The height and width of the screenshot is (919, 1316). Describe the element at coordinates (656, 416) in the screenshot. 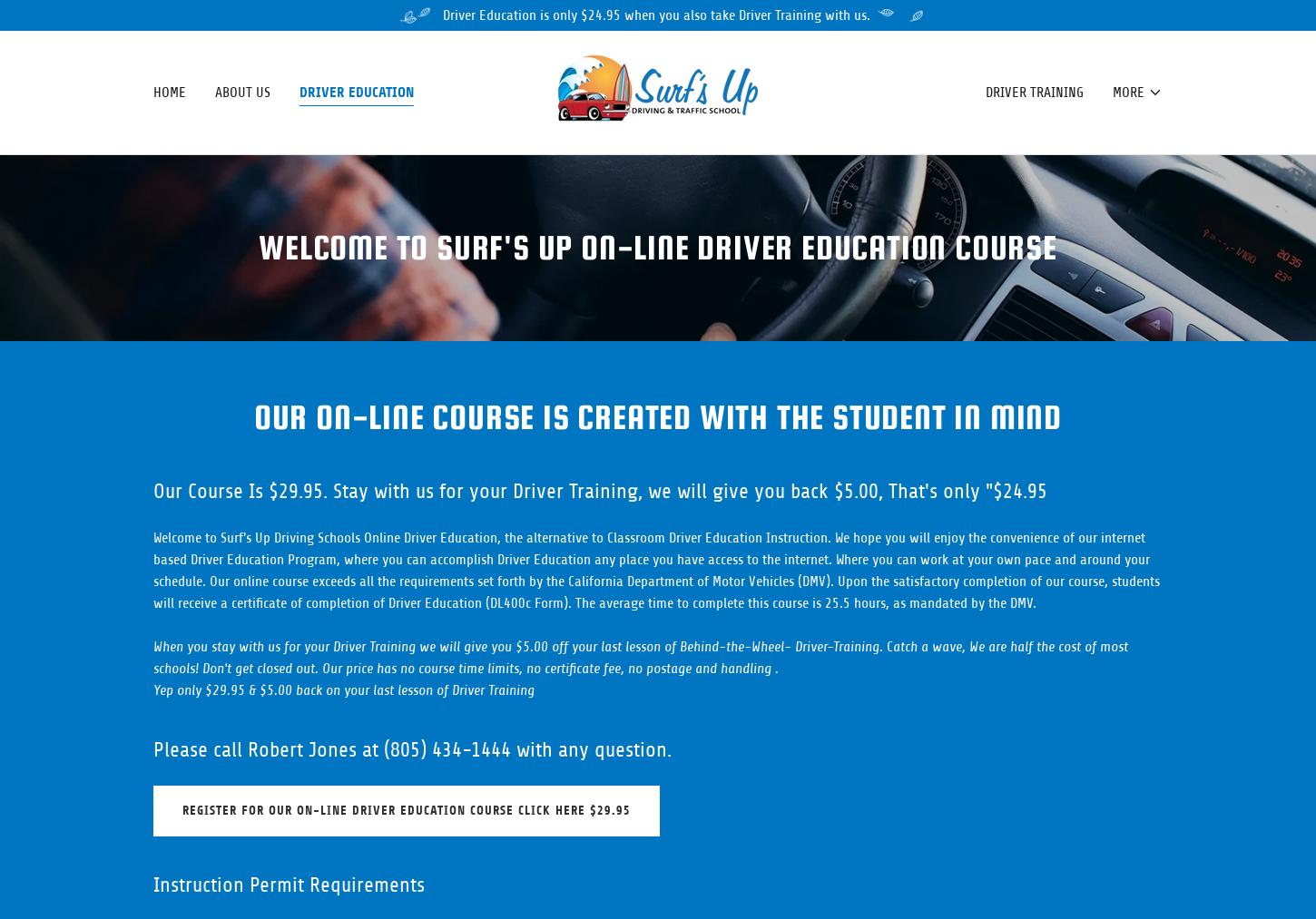

I see `'Our On-line course is created with the student in mind'` at that location.